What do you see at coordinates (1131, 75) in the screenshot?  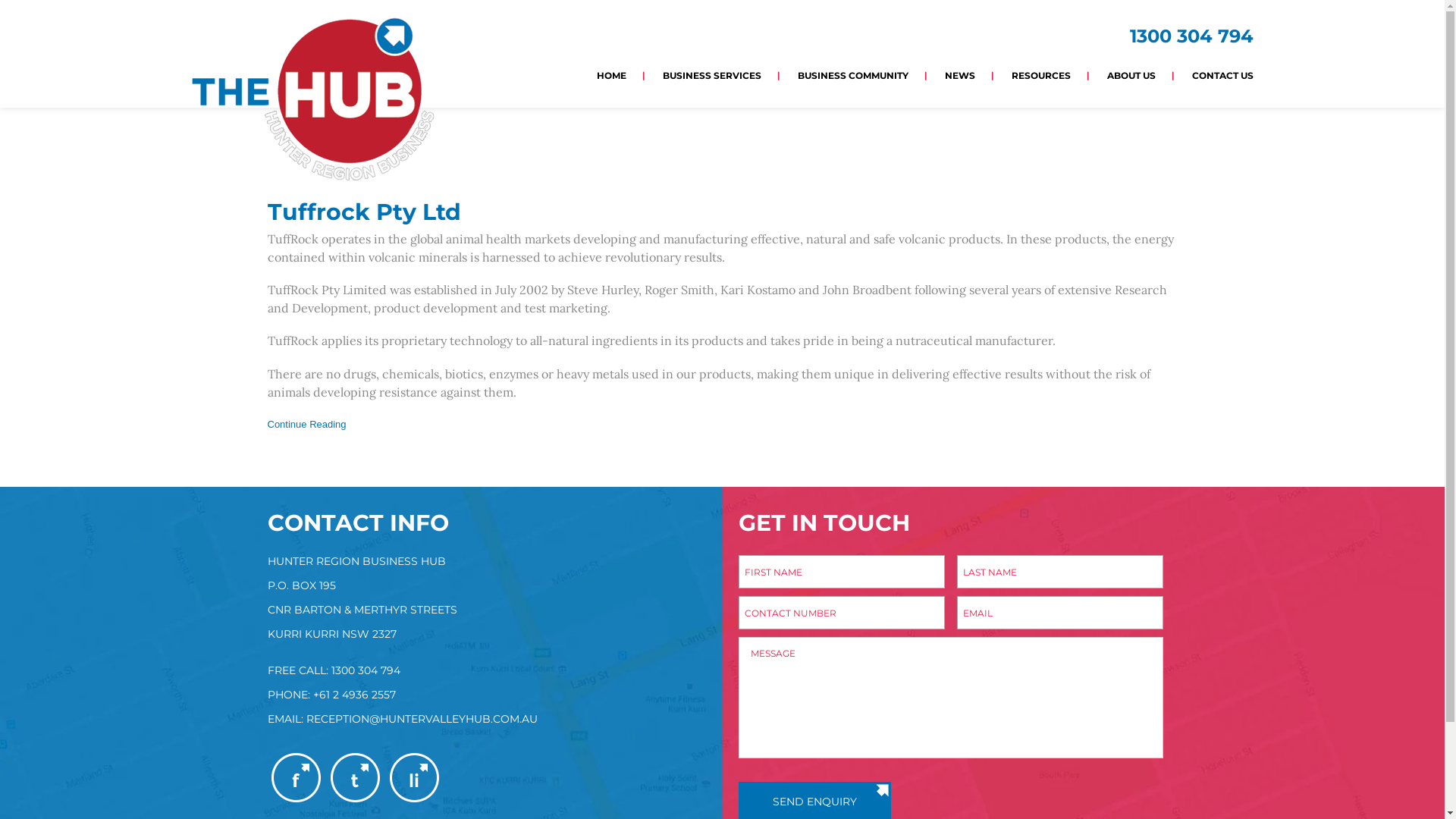 I see `'ABOUT US'` at bounding box center [1131, 75].